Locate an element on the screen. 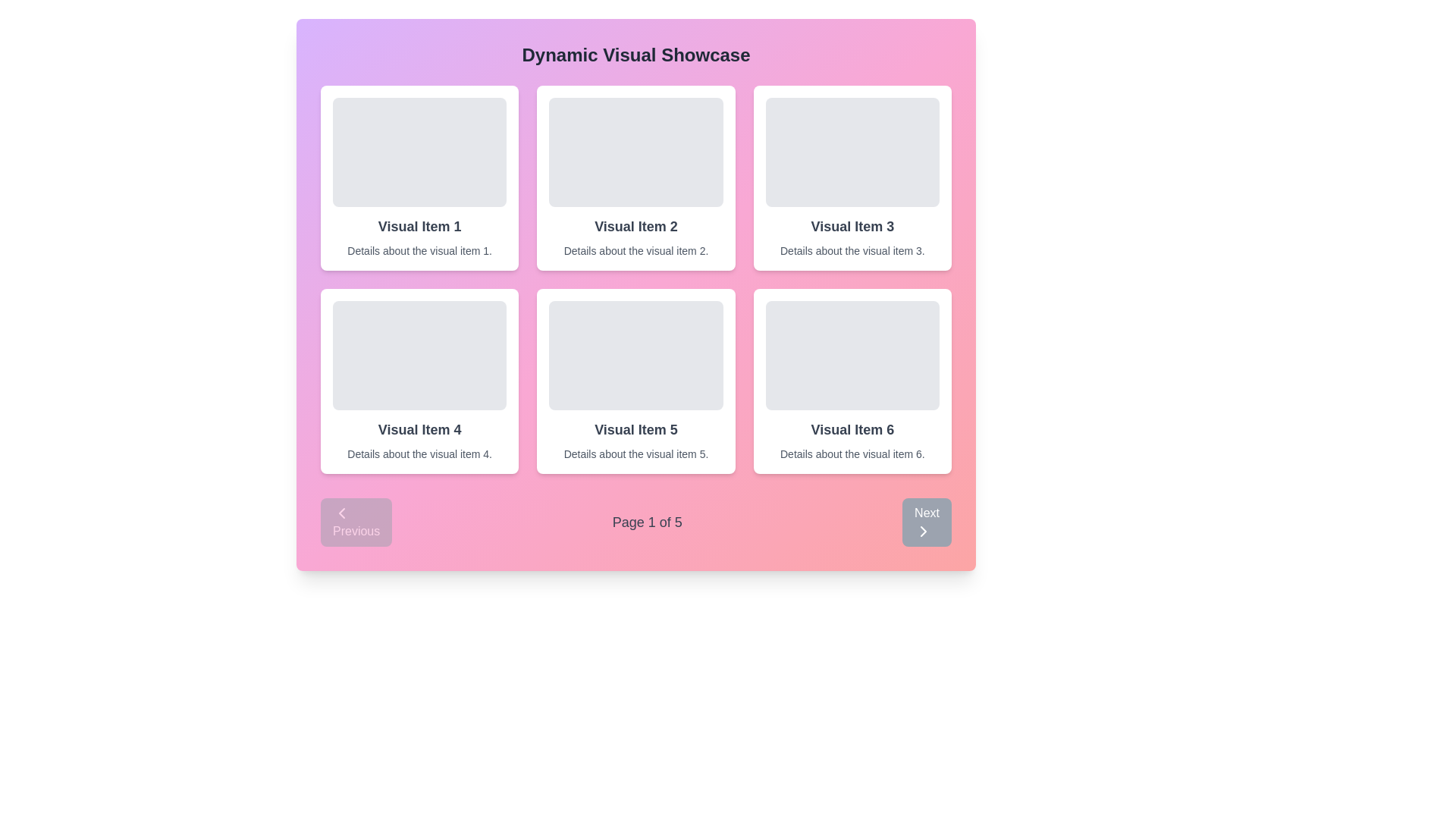  the text element labeled 'Visual Item 5', which is styled in bold, centered alignment, and colored gray, located in the second row and fifth column of the grid layout is located at coordinates (636, 430).